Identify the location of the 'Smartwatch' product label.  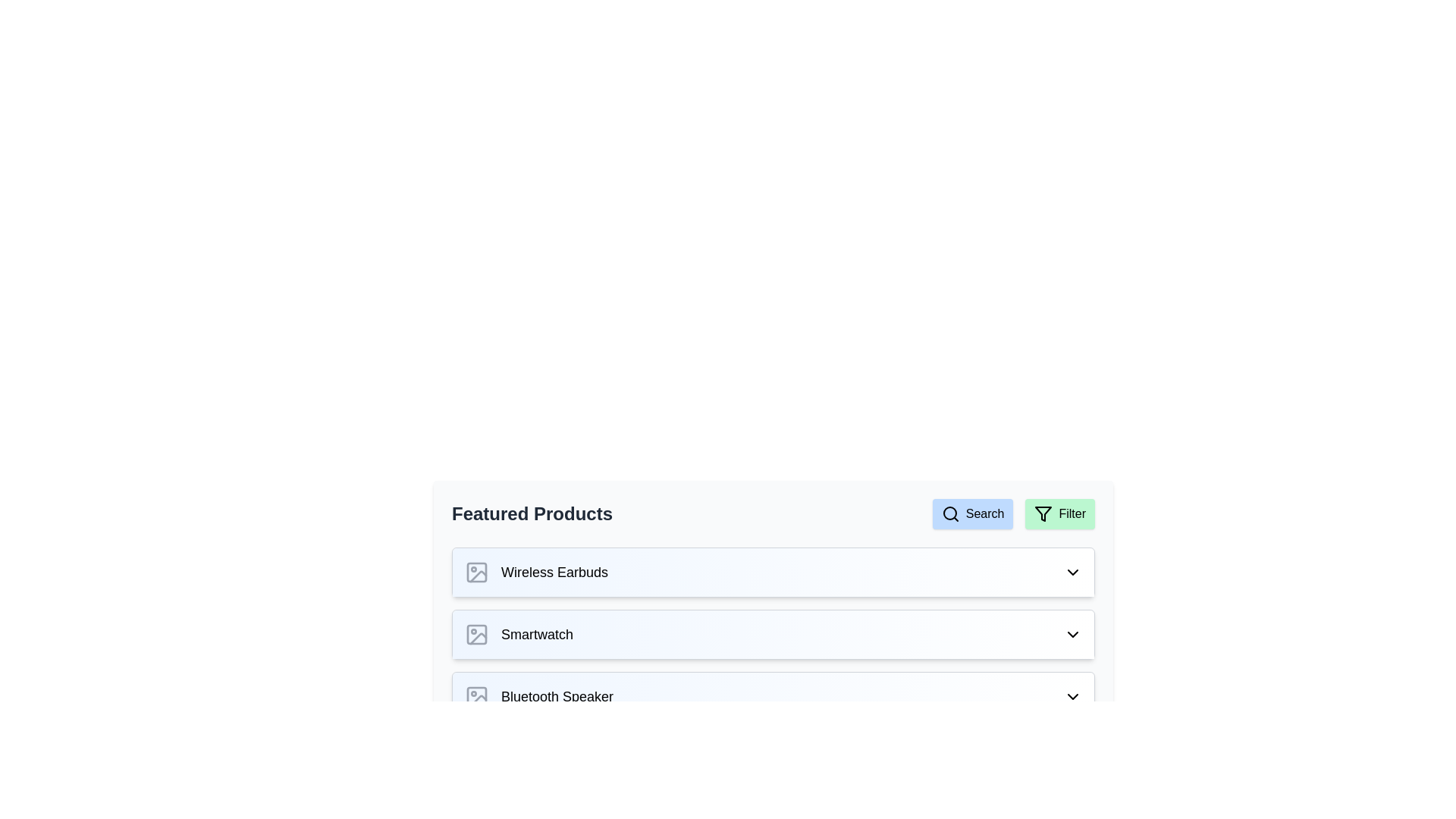
(519, 635).